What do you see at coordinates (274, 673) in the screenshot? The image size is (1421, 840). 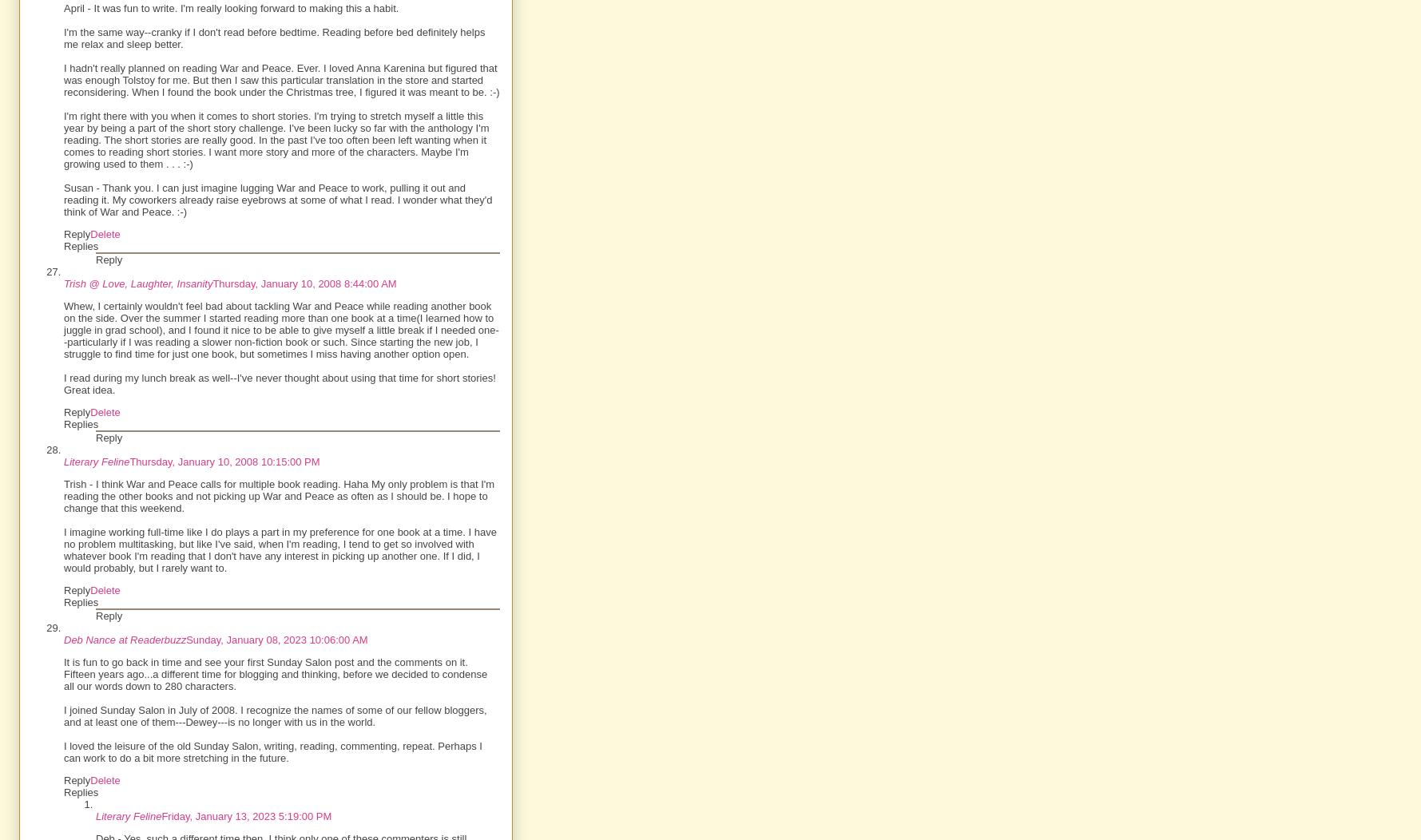 I see `'It is fun to go back in time and see your first Sunday Salon post and the comments on it. Fifteen years ago...a different time for blogging and thinking, before we decided to condense all our words down to 280 characters.'` at bounding box center [274, 673].